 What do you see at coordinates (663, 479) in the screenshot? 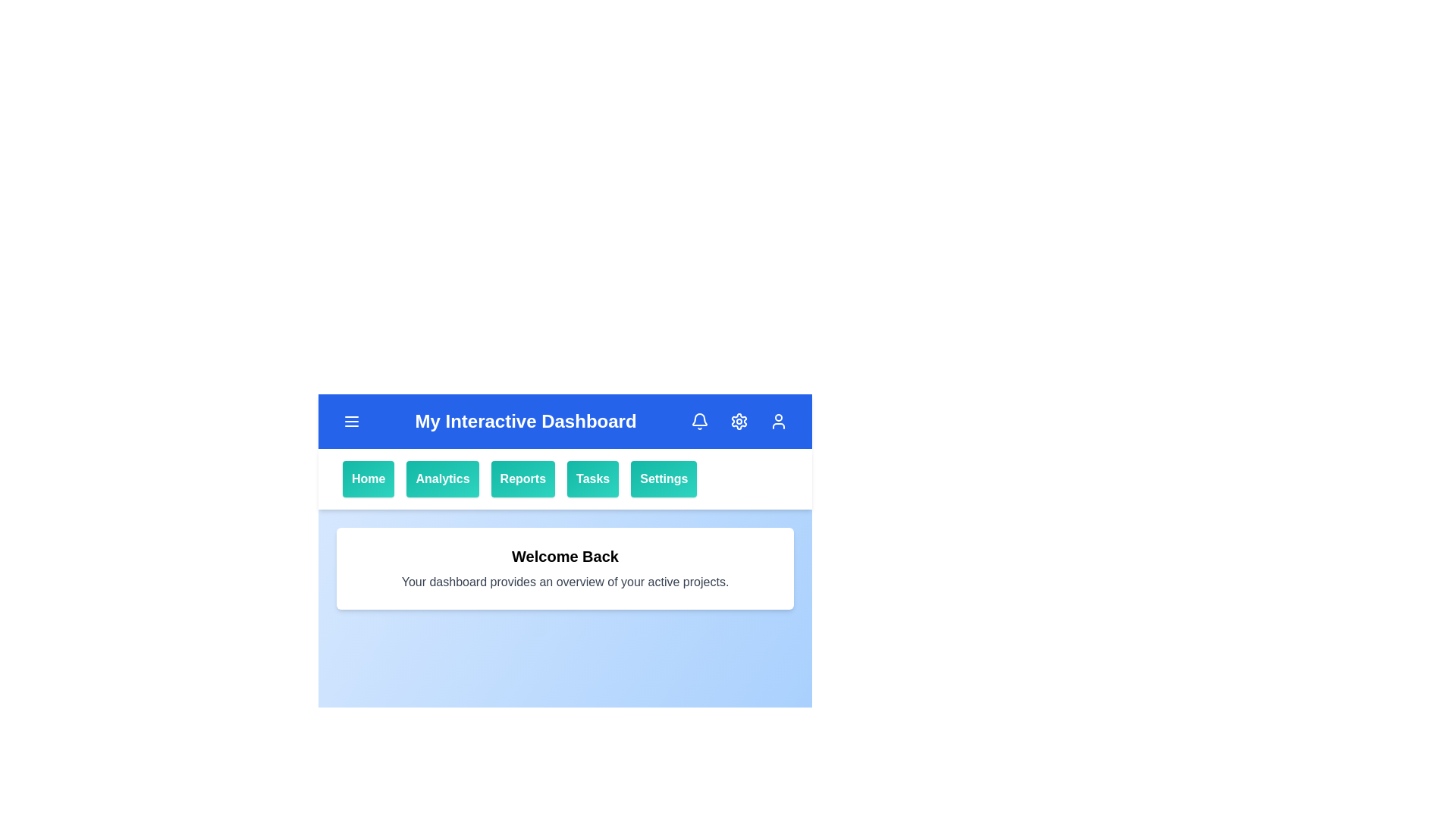
I see `the settings_button to observe the hover effect` at bounding box center [663, 479].